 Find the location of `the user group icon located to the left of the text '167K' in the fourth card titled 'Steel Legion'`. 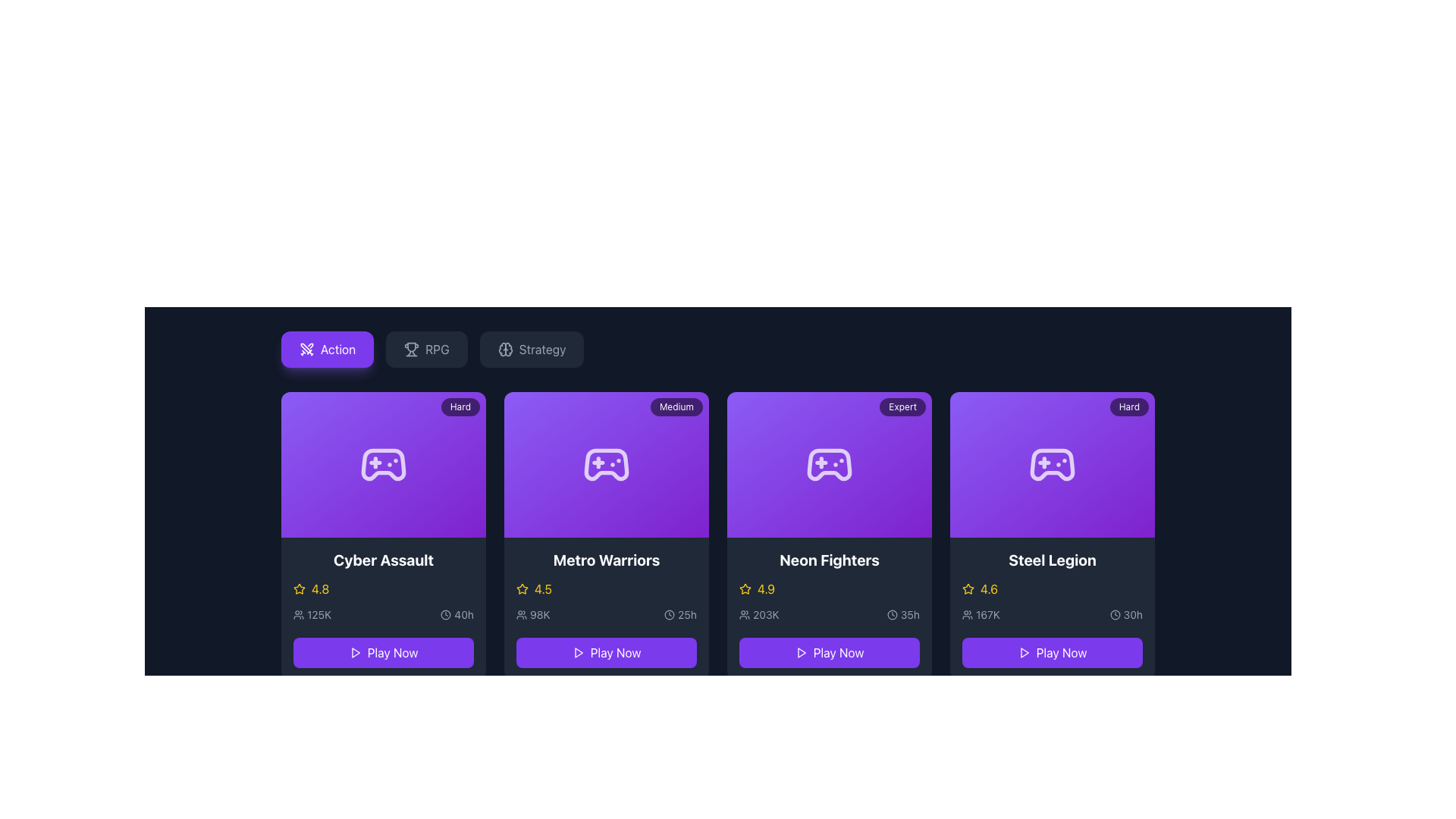

the user group icon located to the left of the text '167K' in the fourth card titled 'Steel Legion' is located at coordinates (967, 614).